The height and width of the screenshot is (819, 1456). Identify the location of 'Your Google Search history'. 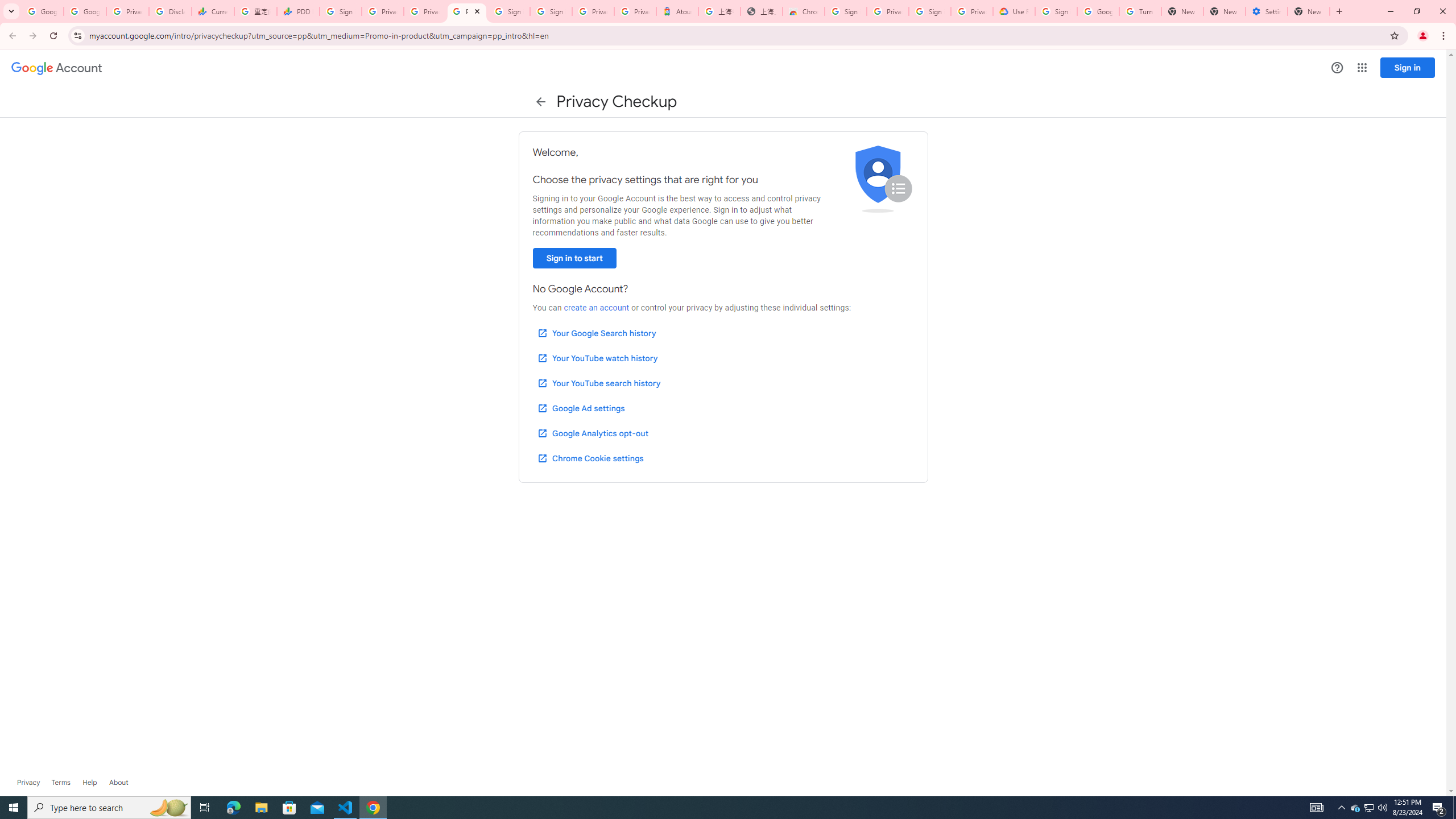
(596, 333).